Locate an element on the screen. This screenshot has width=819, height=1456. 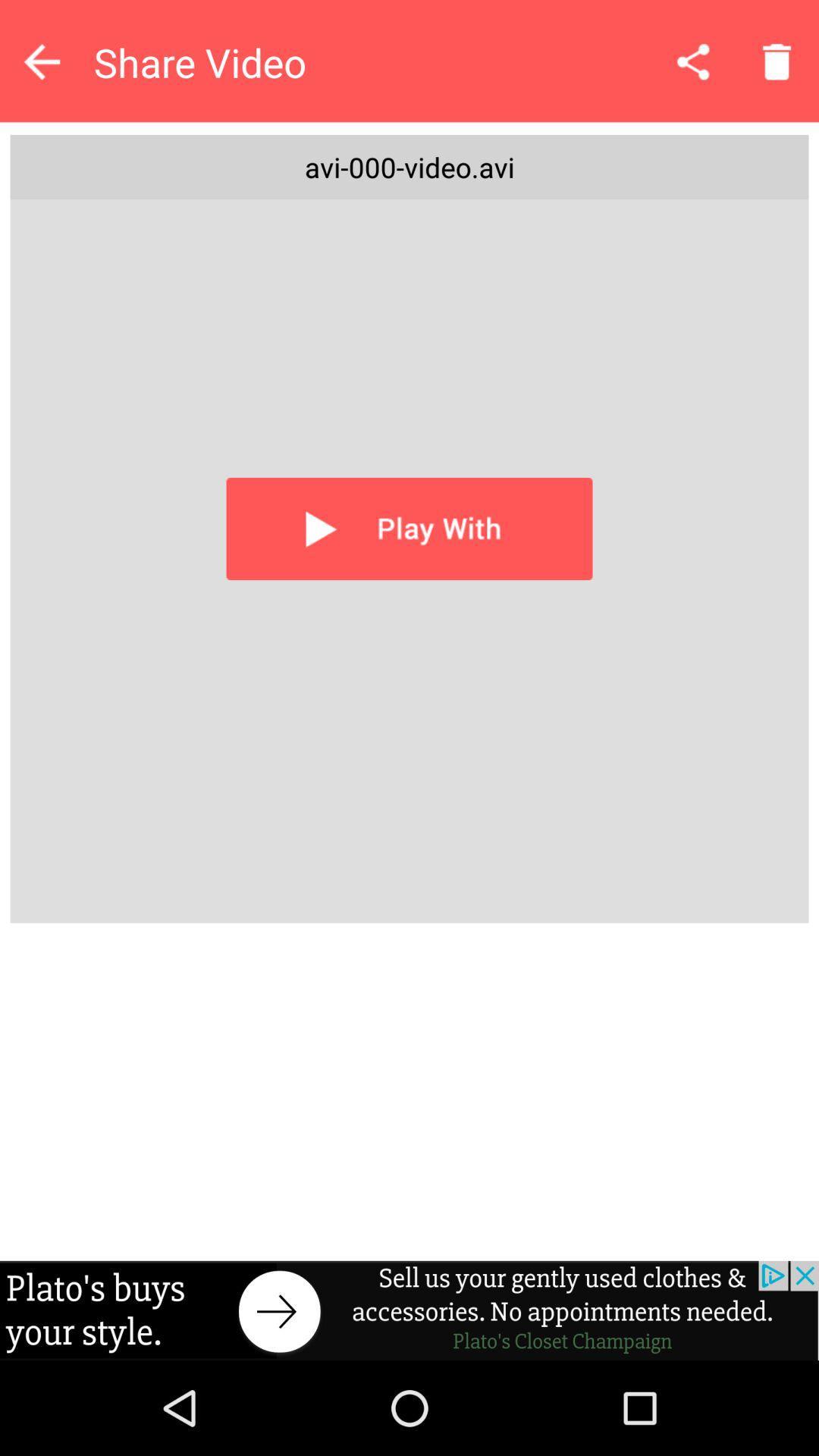
sharing icon is located at coordinates (693, 61).